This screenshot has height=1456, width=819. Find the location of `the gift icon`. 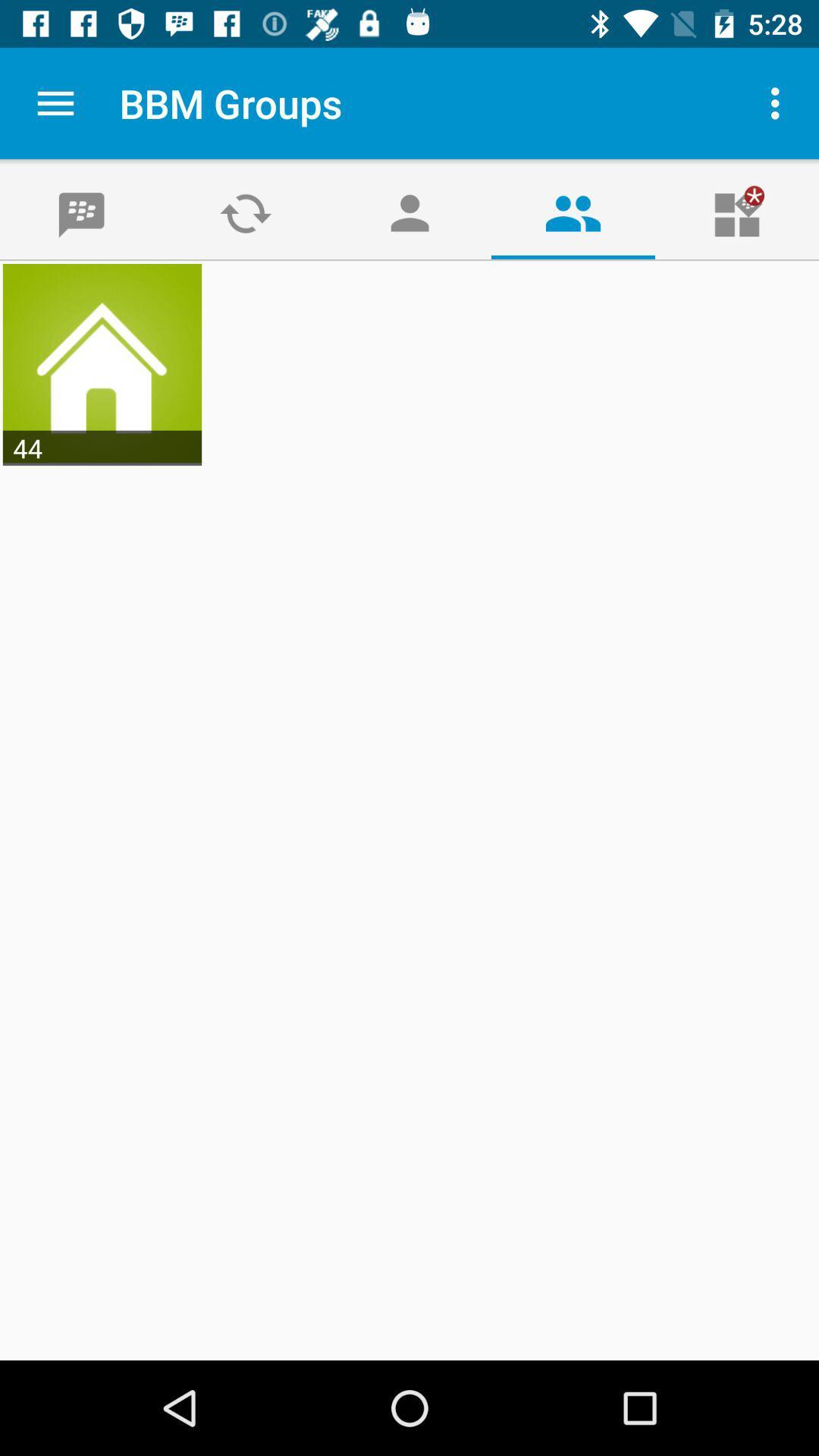

the gift icon is located at coordinates (736, 212).